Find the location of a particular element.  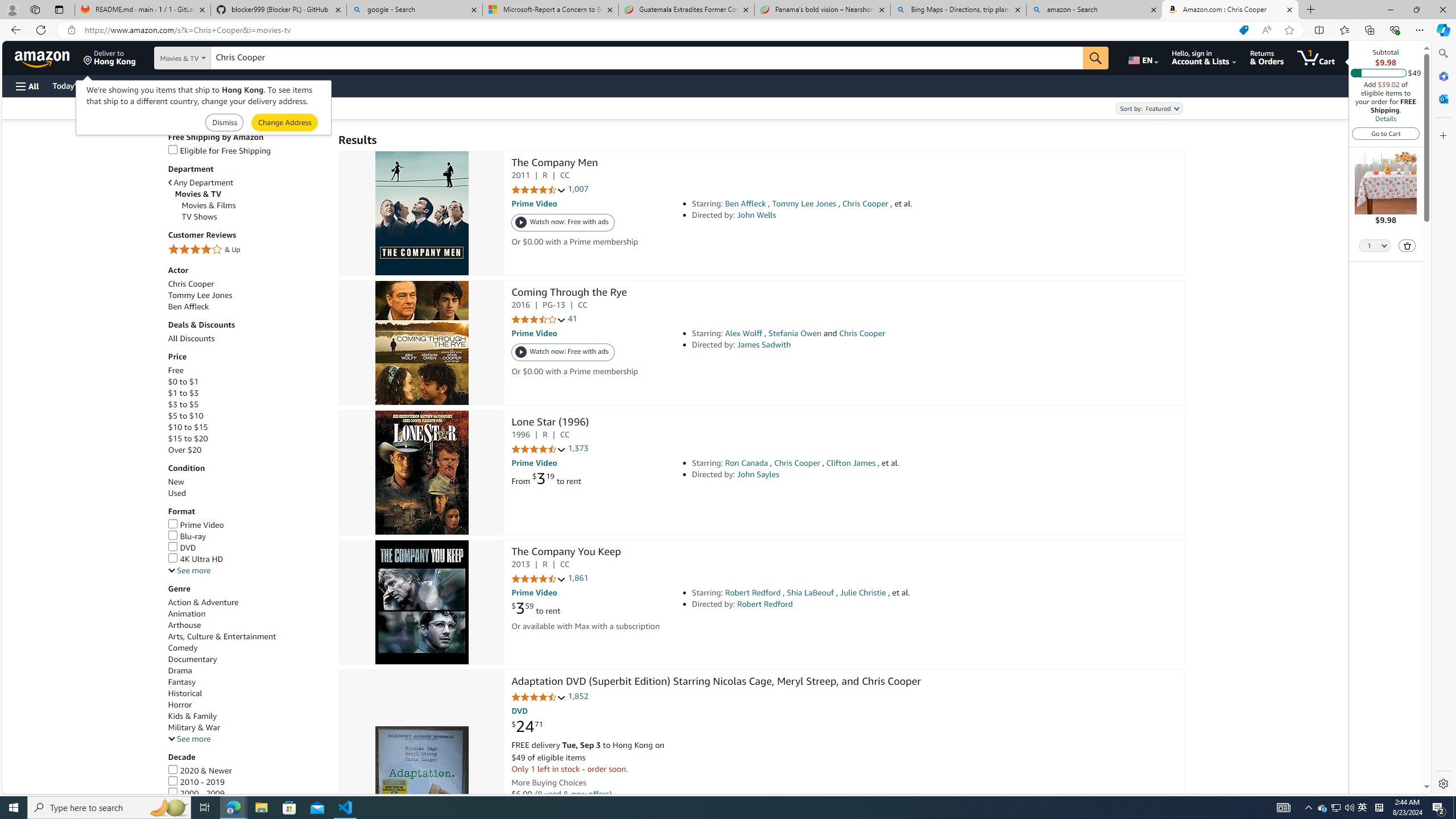

'1,861' is located at coordinates (577, 578).